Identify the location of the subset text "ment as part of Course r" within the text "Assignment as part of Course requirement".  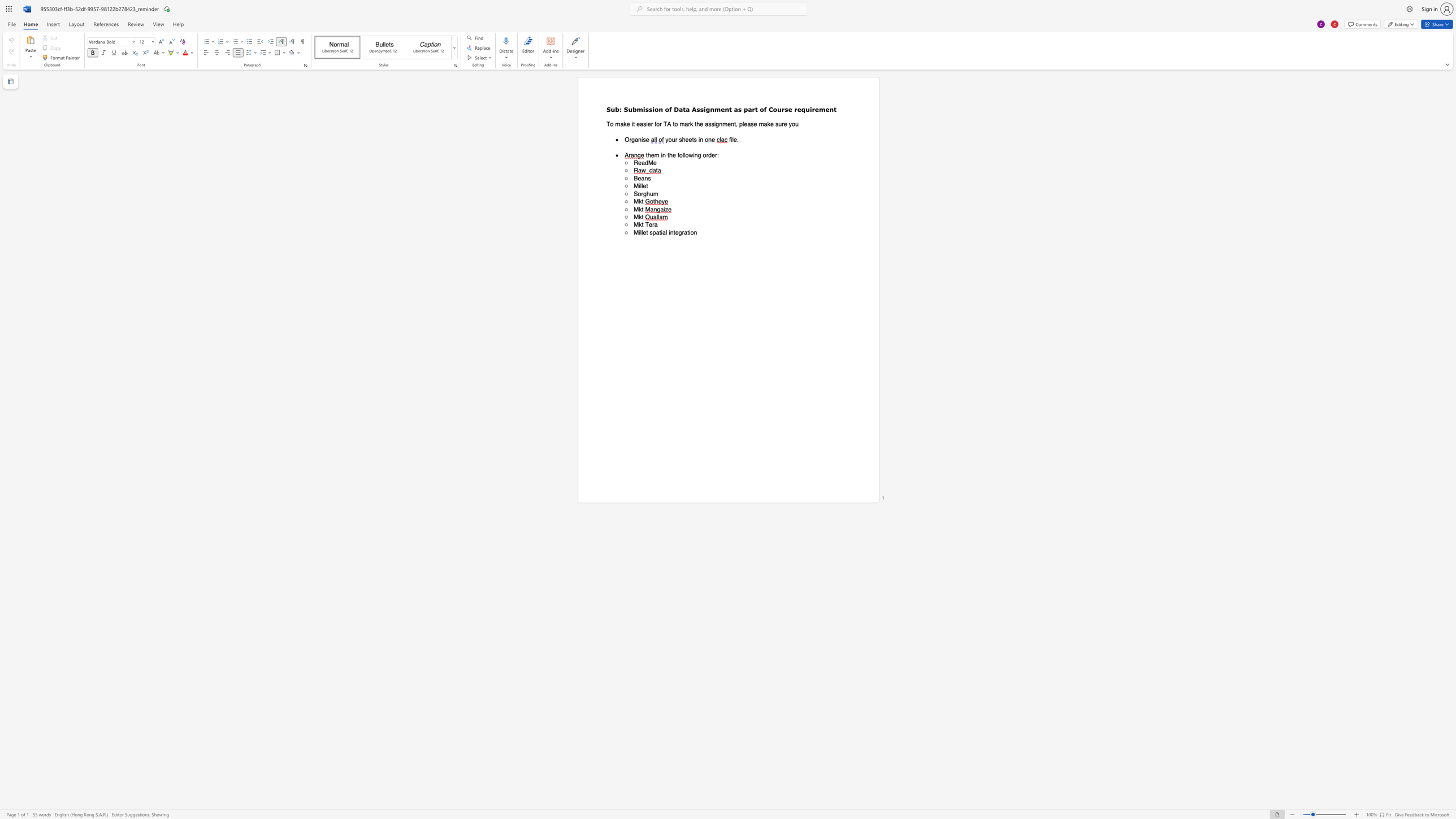
(714, 109).